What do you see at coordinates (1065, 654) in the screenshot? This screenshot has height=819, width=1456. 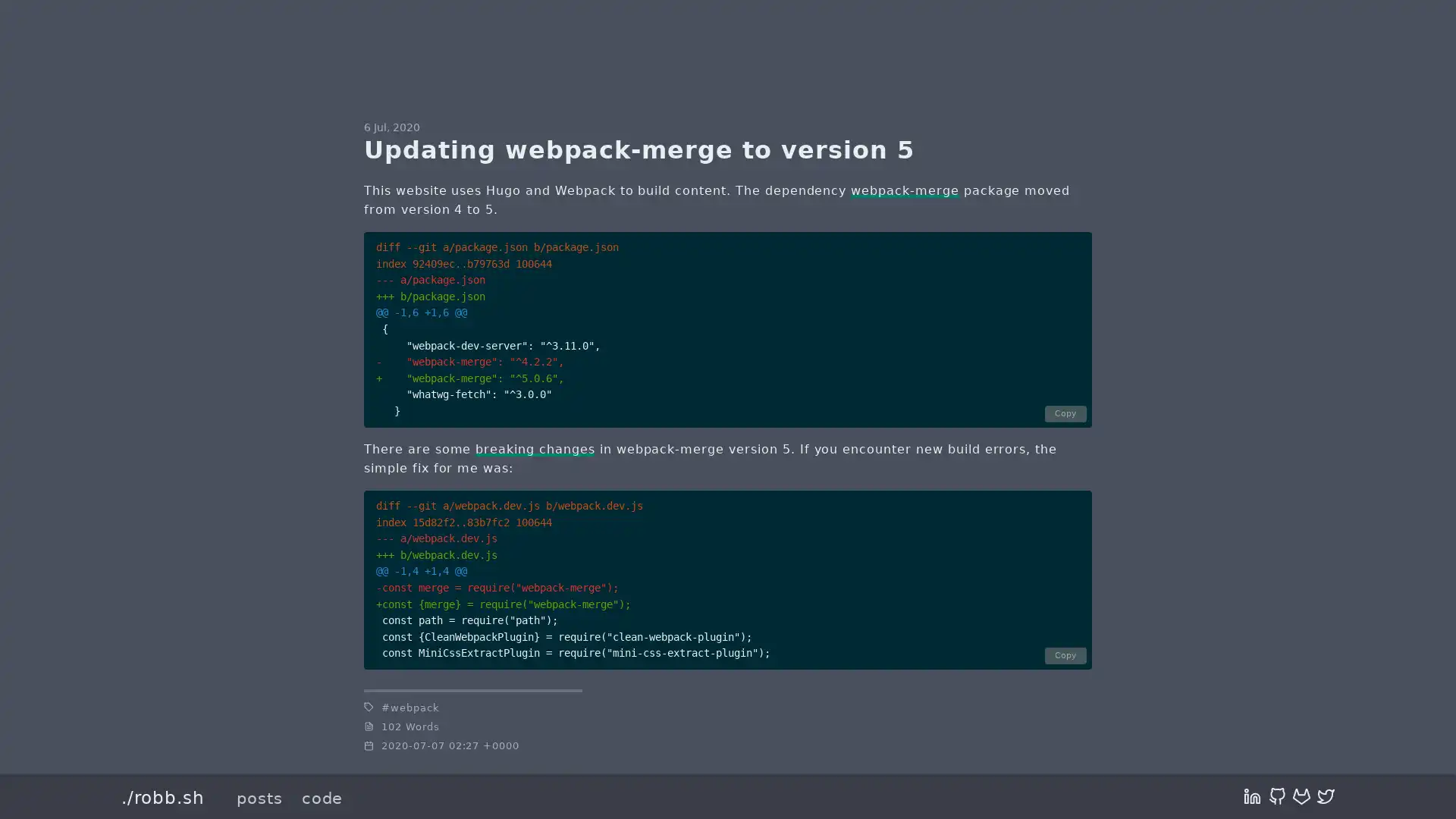 I see `Copy` at bounding box center [1065, 654].